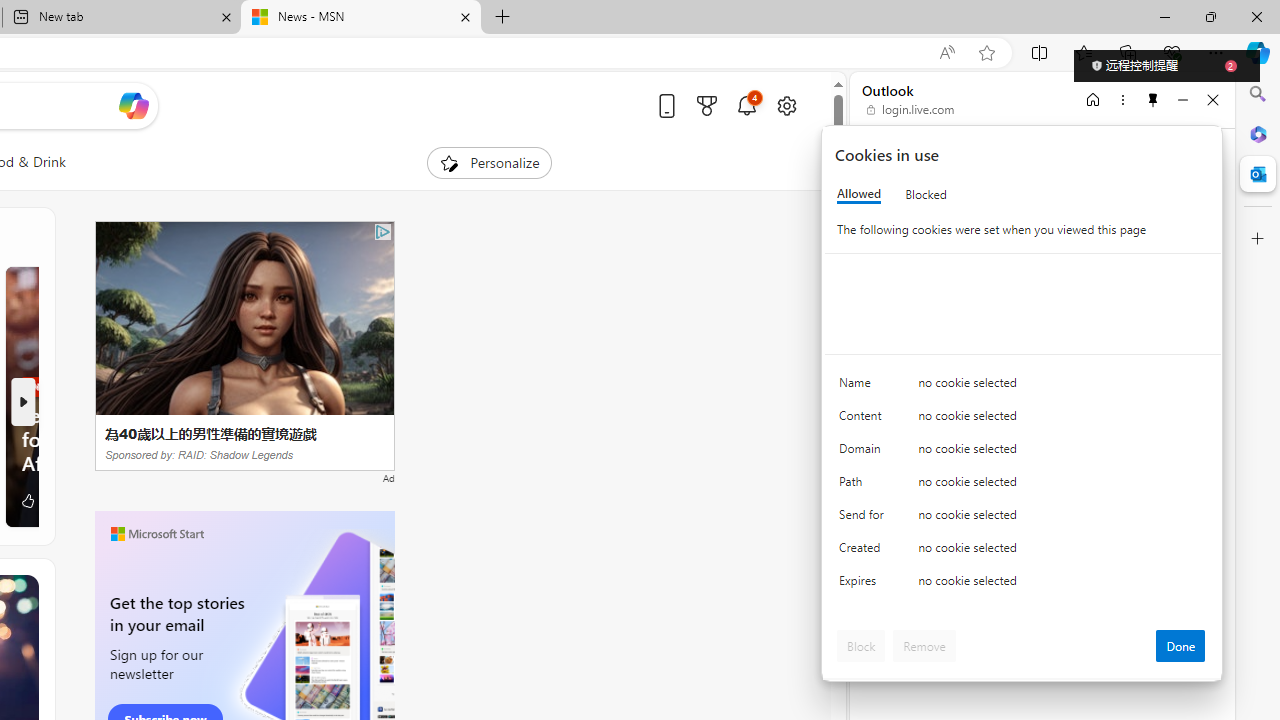 The image size is (1280, 720). Describe the element at coordinates (910, 110) in the screenshot. I see `'login.live.com'` at that location.